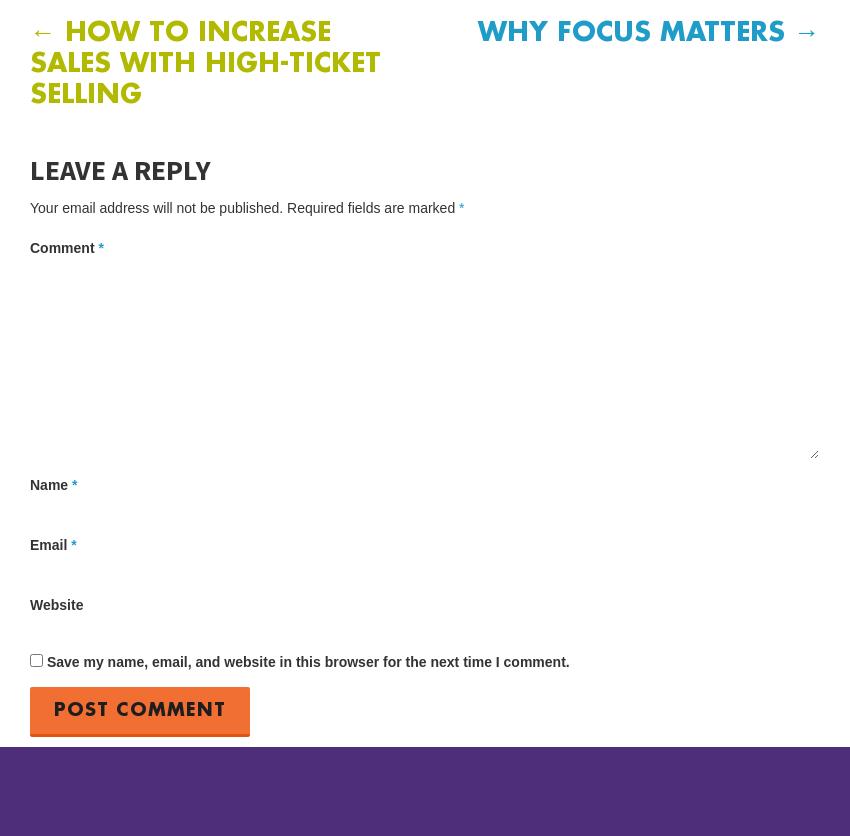 The image size is (850, 836). I want to click on 'Required fields are marked', so click(371, 205).